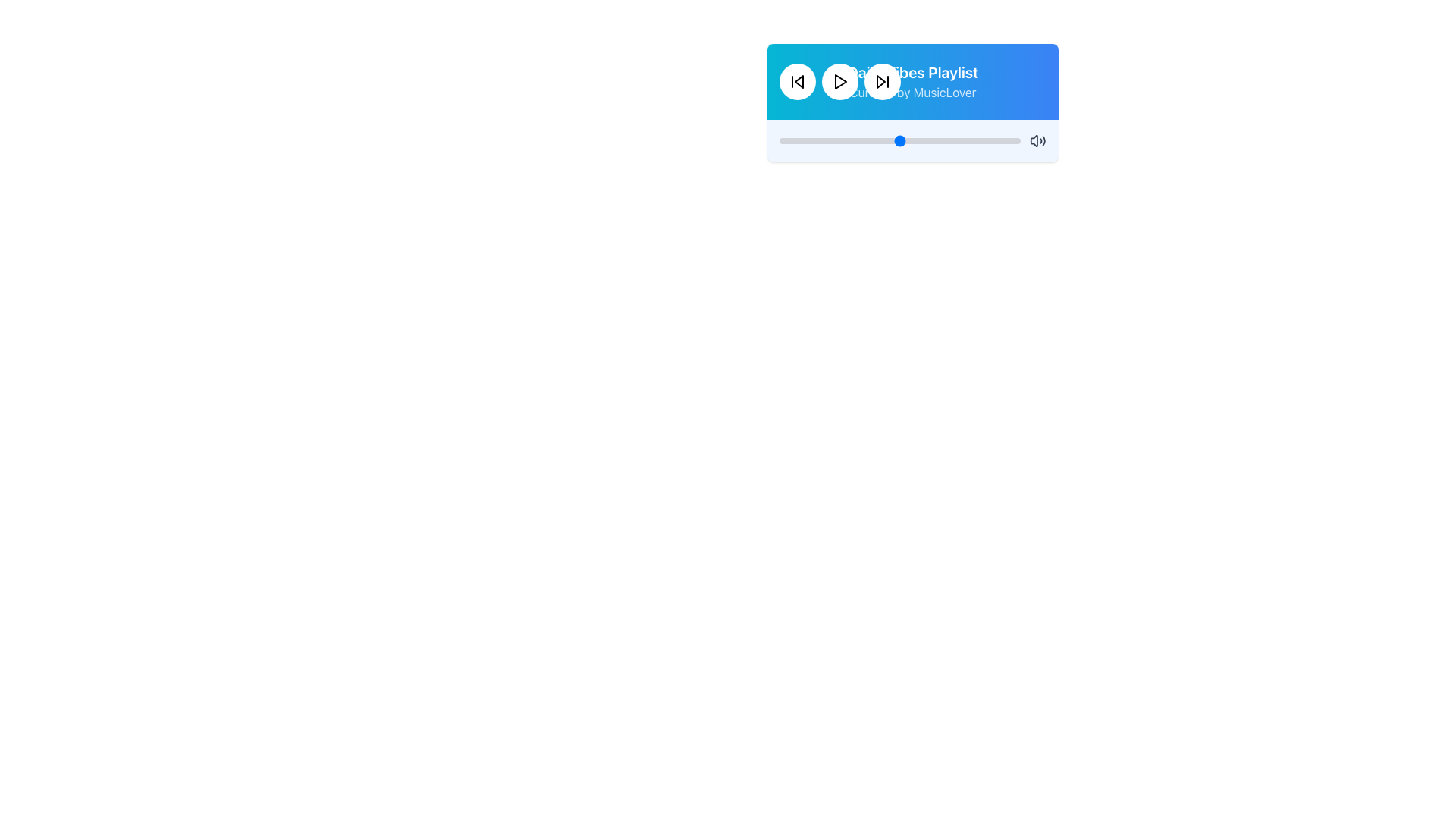  What do you see at coordinates (843, 137) in the screenshot?
I see `the slider's value` at bounding box center [843, 137].